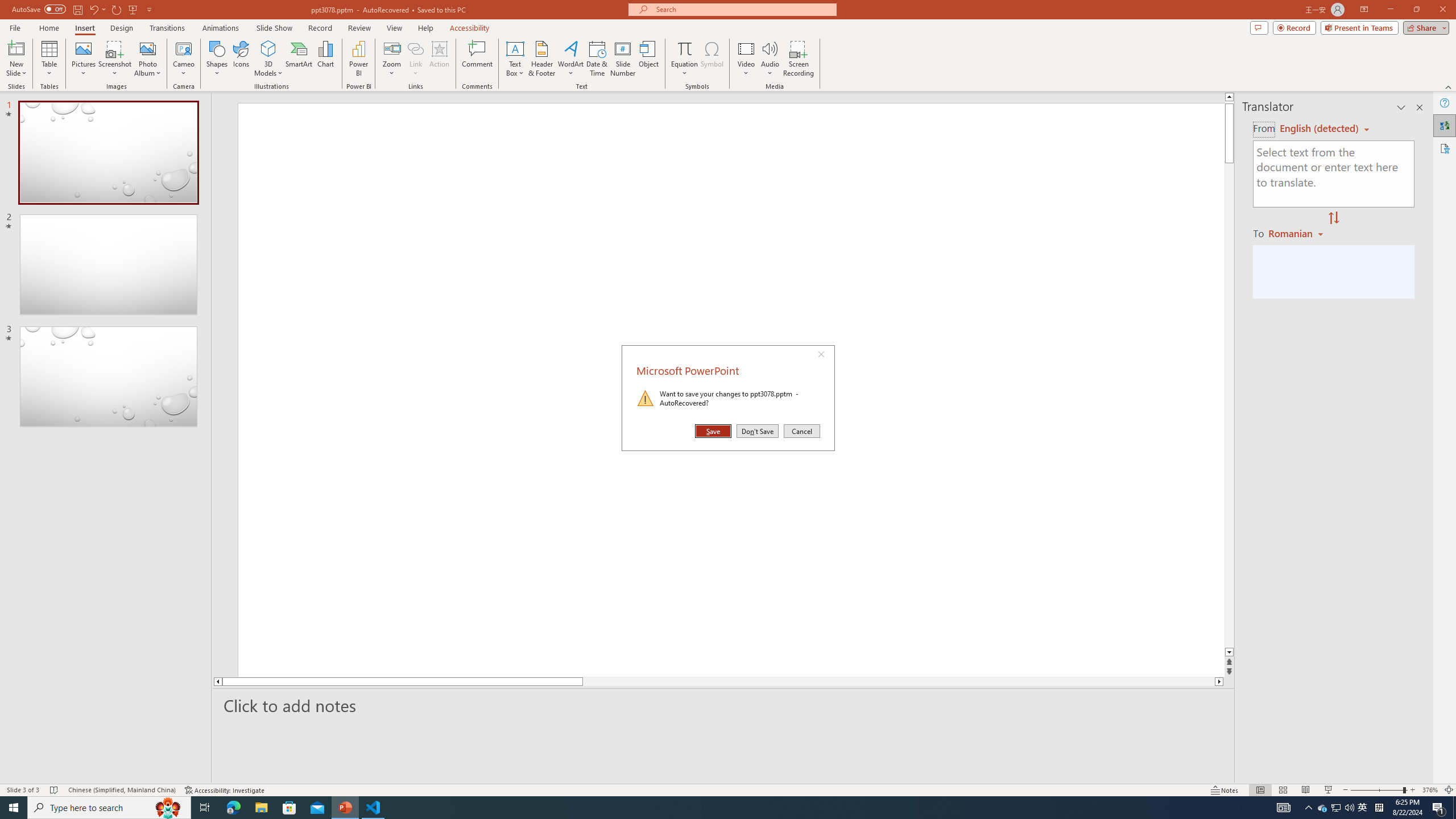  Describe the element at coordinates (415, 59) in the screenshot. I see `'Link'` at that location.